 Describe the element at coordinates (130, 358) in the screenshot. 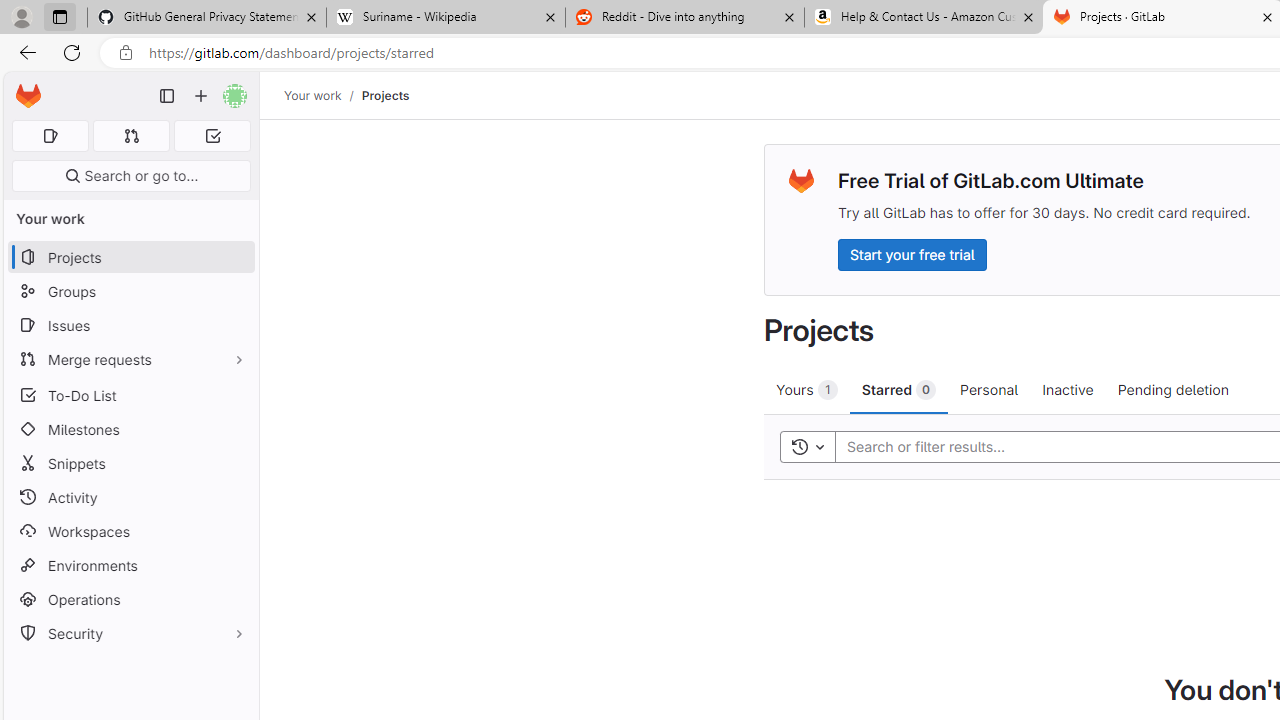

I see `'Merge requests'` at that location.